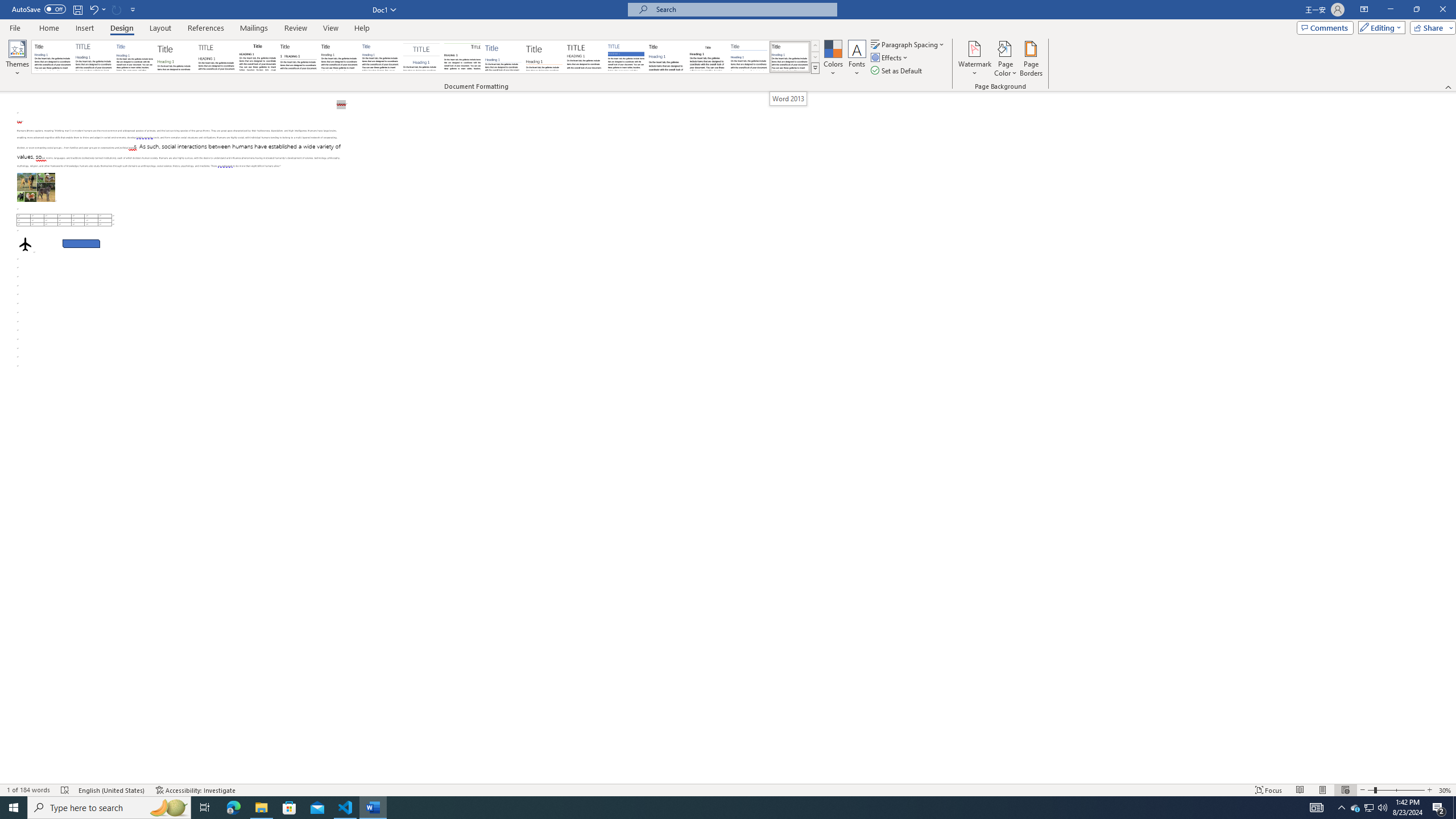  Describe the element at coordinates (832, 59) in the screenshot. I see `'Colors'` at that location.